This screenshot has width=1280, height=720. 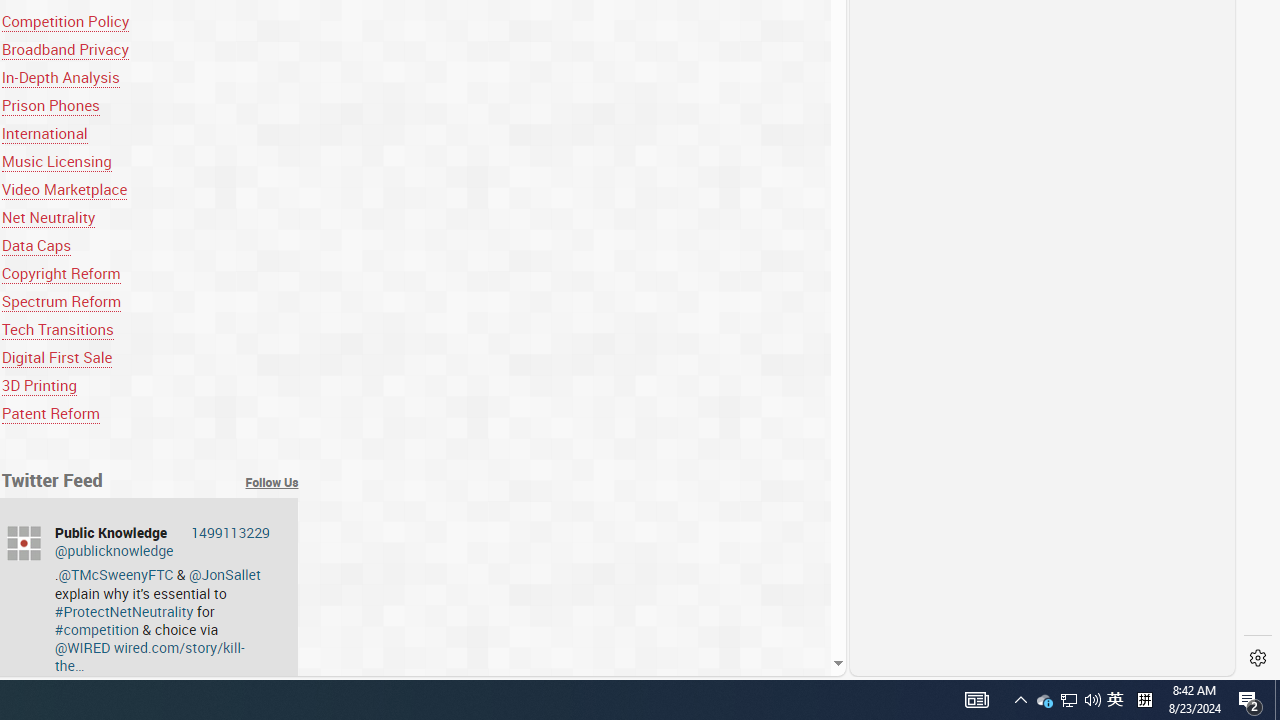 I want to click on 'Music Licensing', so click(x=56, y=160).